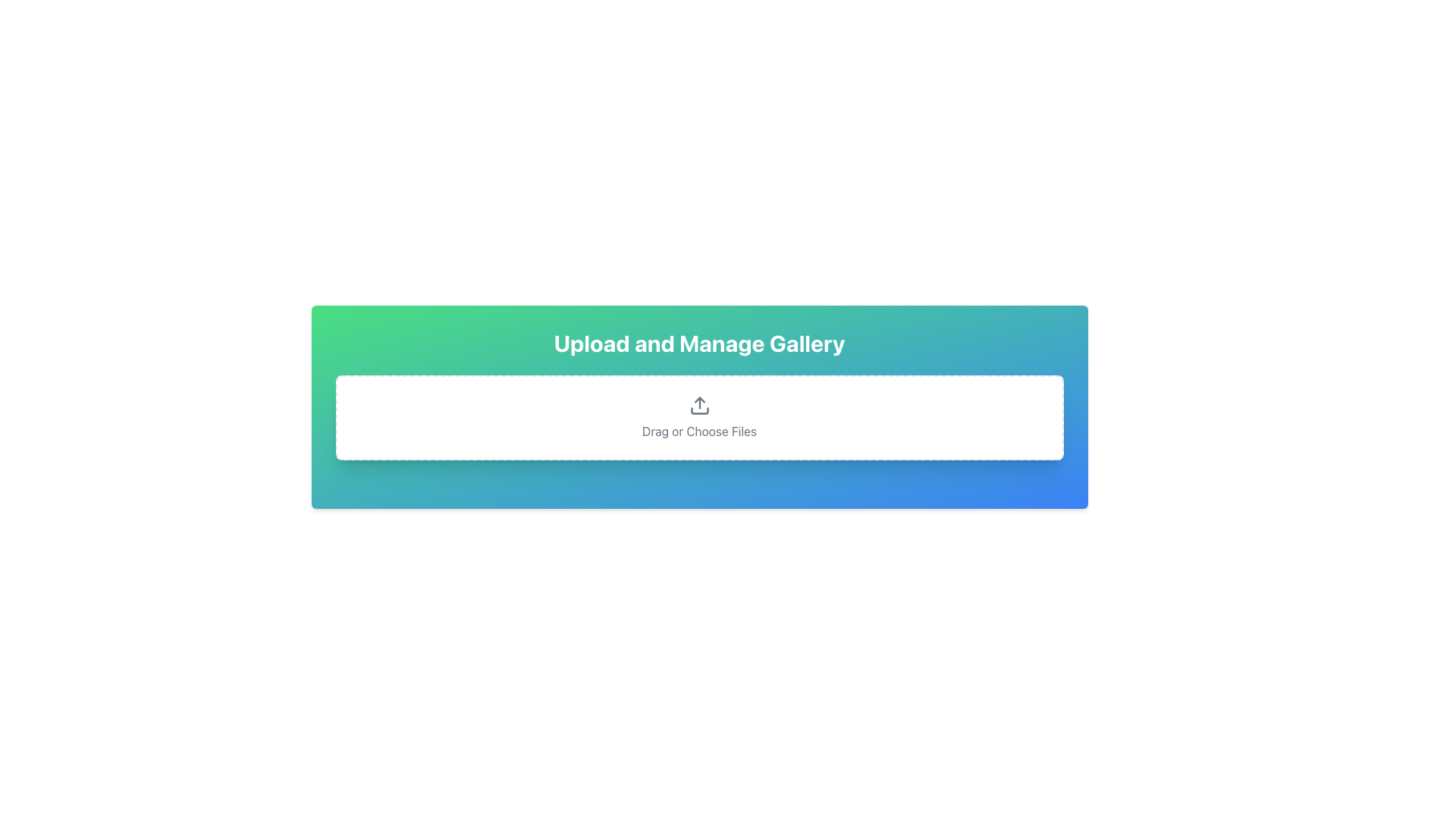  Describe the element at coordinates (698, 418) in the screenshot. I see `and drop files into the drag-and-drop file upload zone located below the 'Upload and Manage Gallery' text` at that location.